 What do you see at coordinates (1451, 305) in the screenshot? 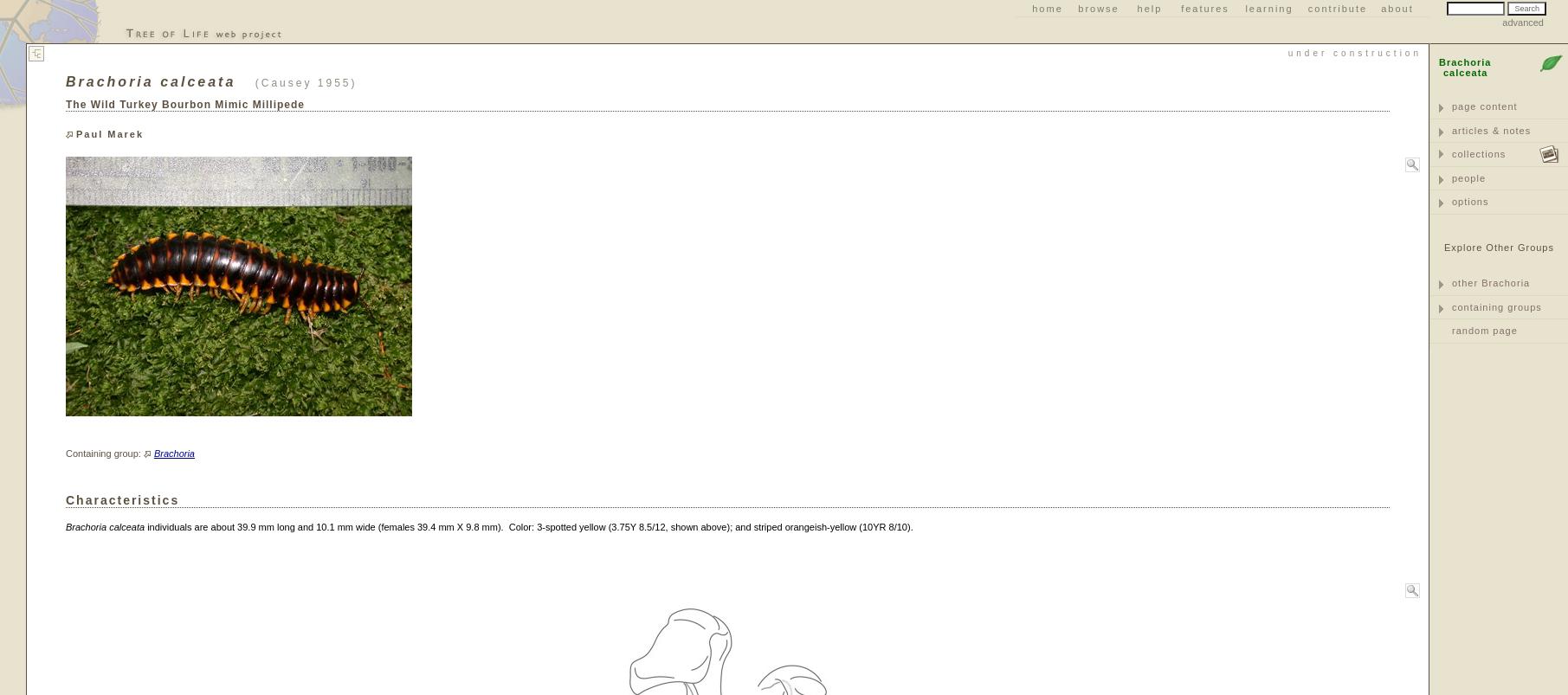
I see `'containing groups'` at bounding box center [1451, 305].